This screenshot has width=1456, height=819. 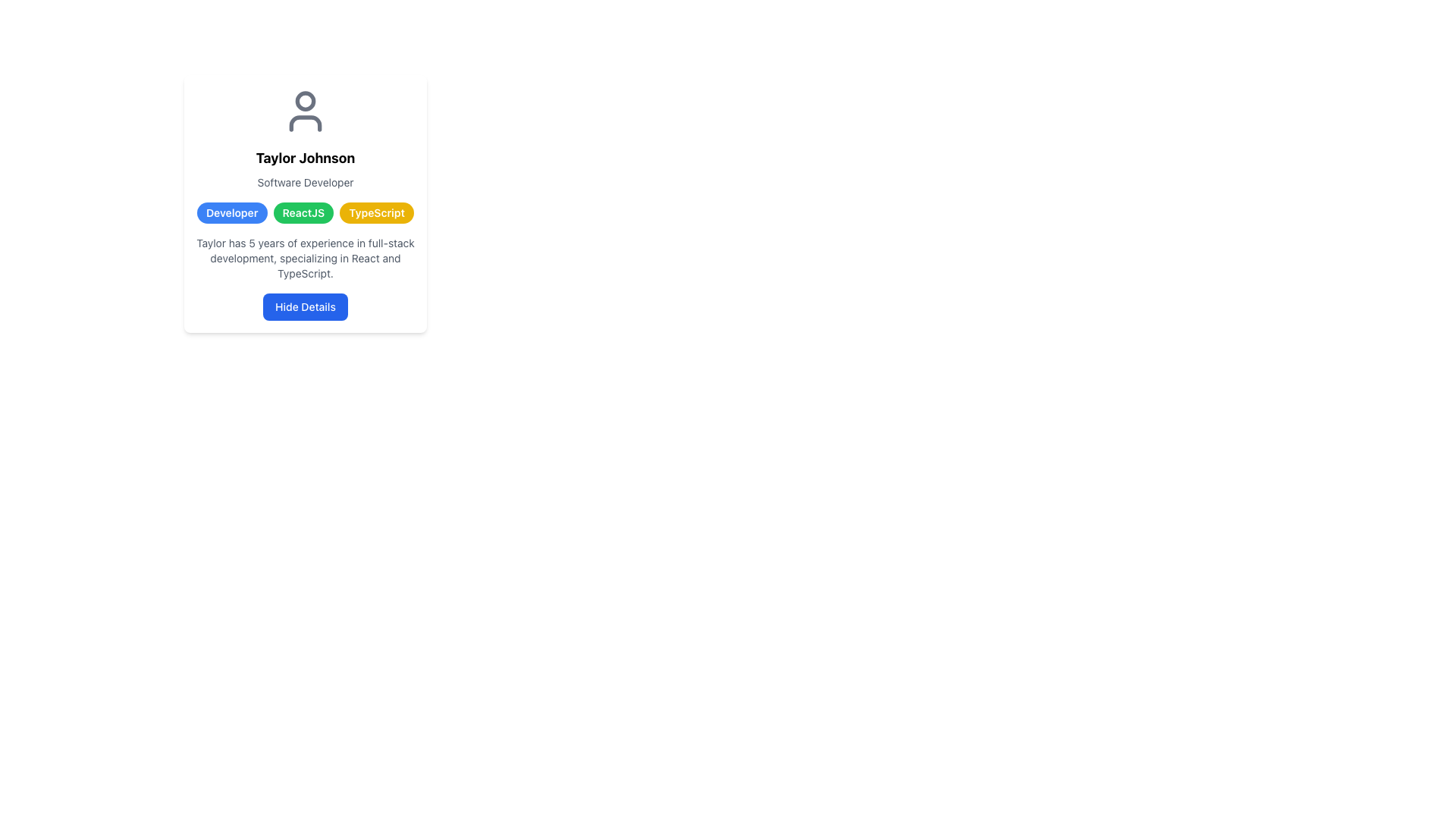 What do you see at coordinates (305, 110) in the screenshot?
I see `the user silhouette circular icon with gray lines on a white background, located at the top-center of the card above the 'Taylor Johnson' heading` at bounding box center [305, 110].